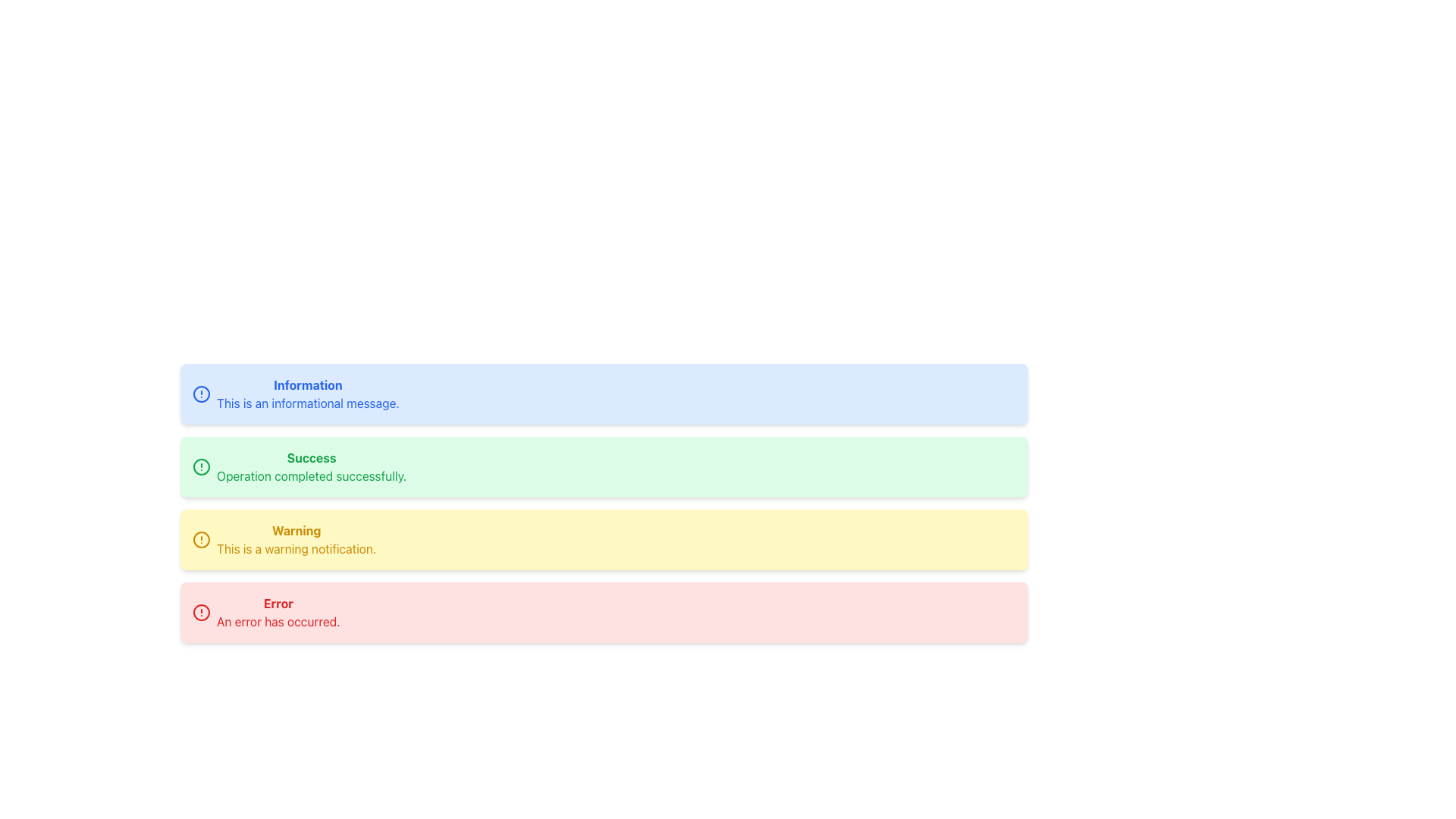 The image size is (1456, 819). Describe the element at coordinates (307, 403) in the screenshot. I see `the text label that says 'This is an informational message.' which is styled in blue and positioned below the bold 'Information' text within a distinct blue box` at that location.